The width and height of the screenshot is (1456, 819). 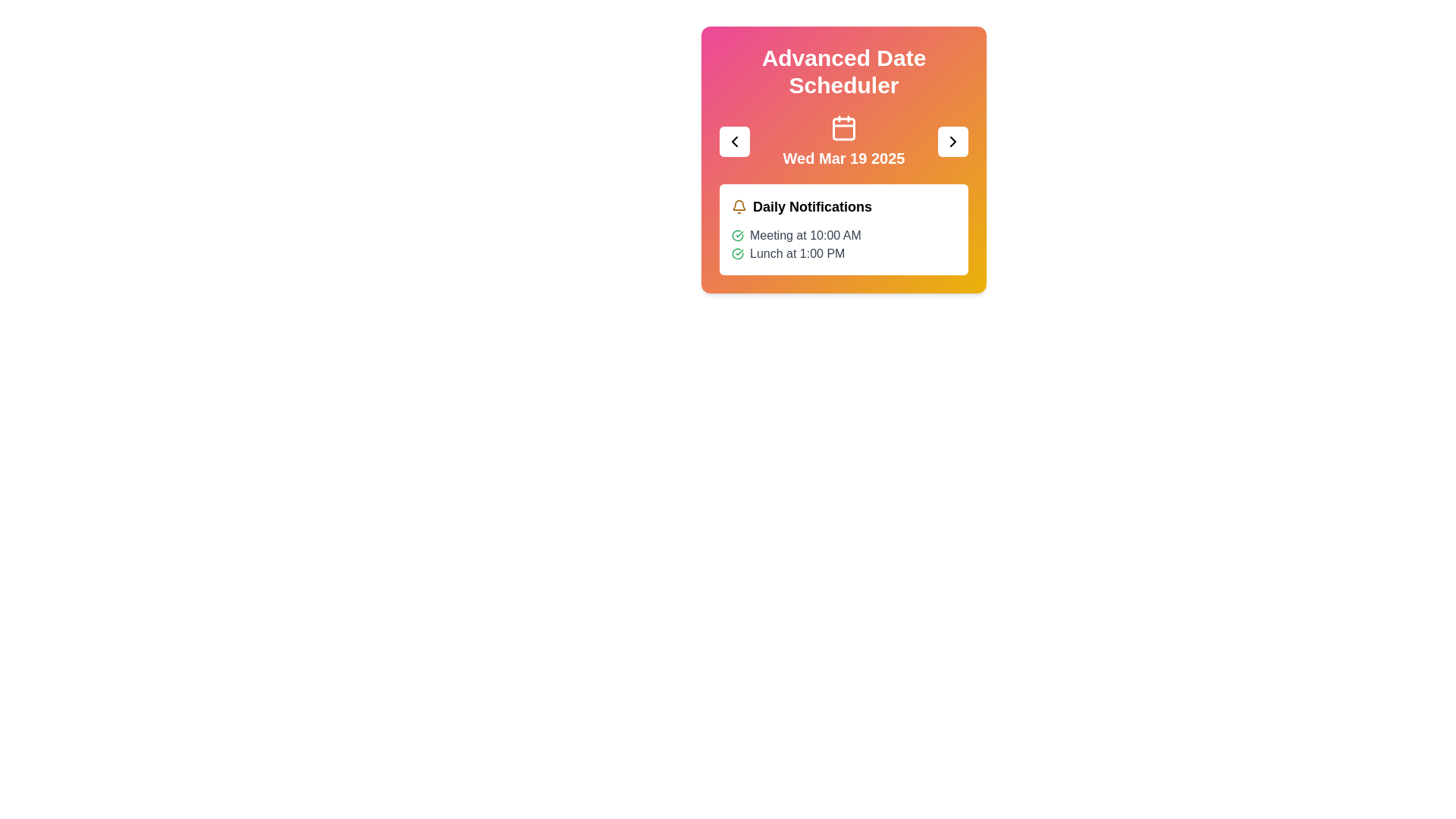 I want to click on the green circular icon with a checkmark inside, which represents confirmation or completion, located to the left of the text 'Meeting at 10:00 AM' under 'Daily Notifications', so click(x=738, y=236).